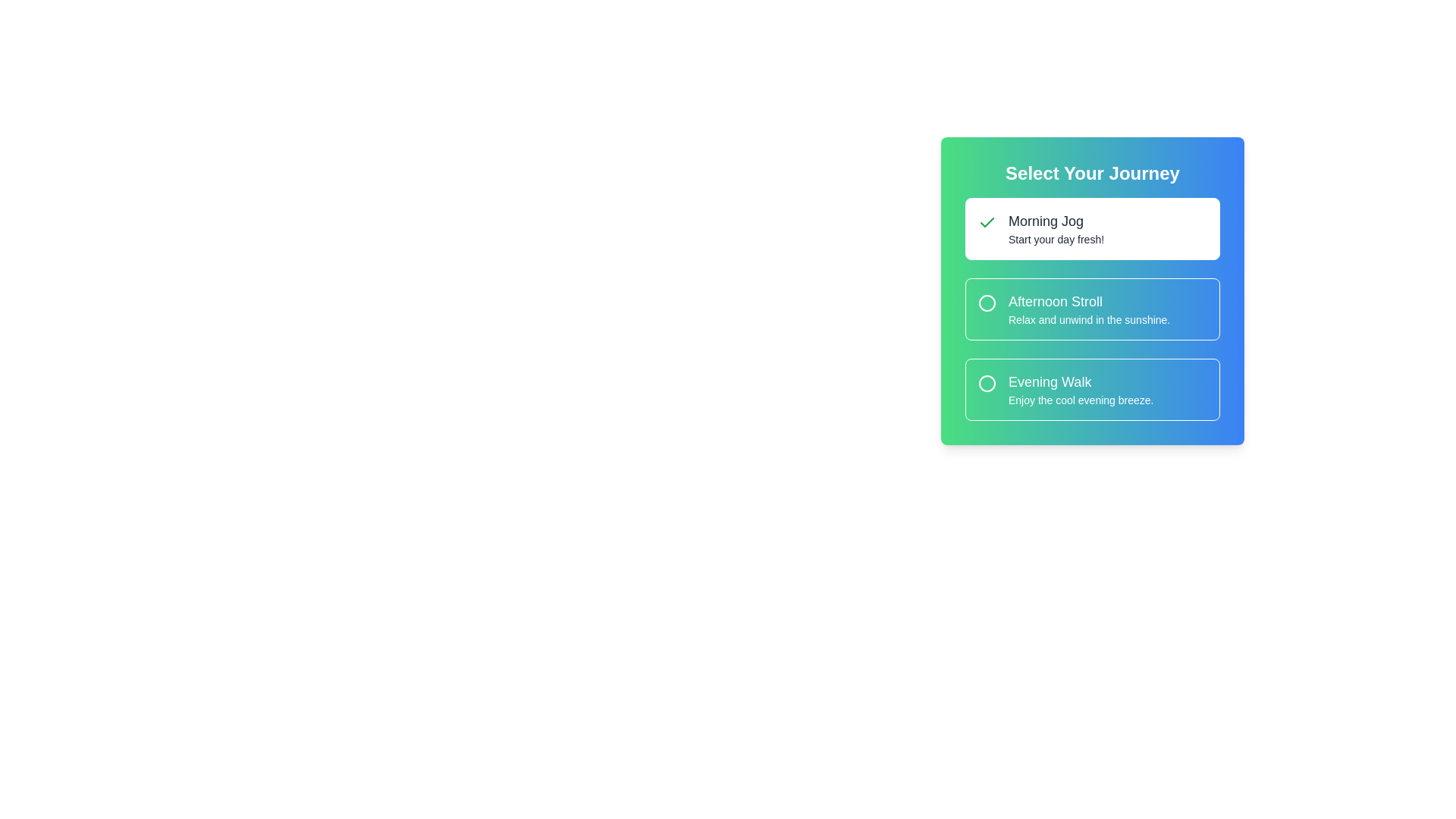 The width and height of the screenshot is (1456, 819). What do you see at coordinates (1080, 381) in the screenshot?
I see `the Text Label that identifies the 'Evening Walk' option, positioned above the description text in the selection list` at bounding box center [1080, 381].